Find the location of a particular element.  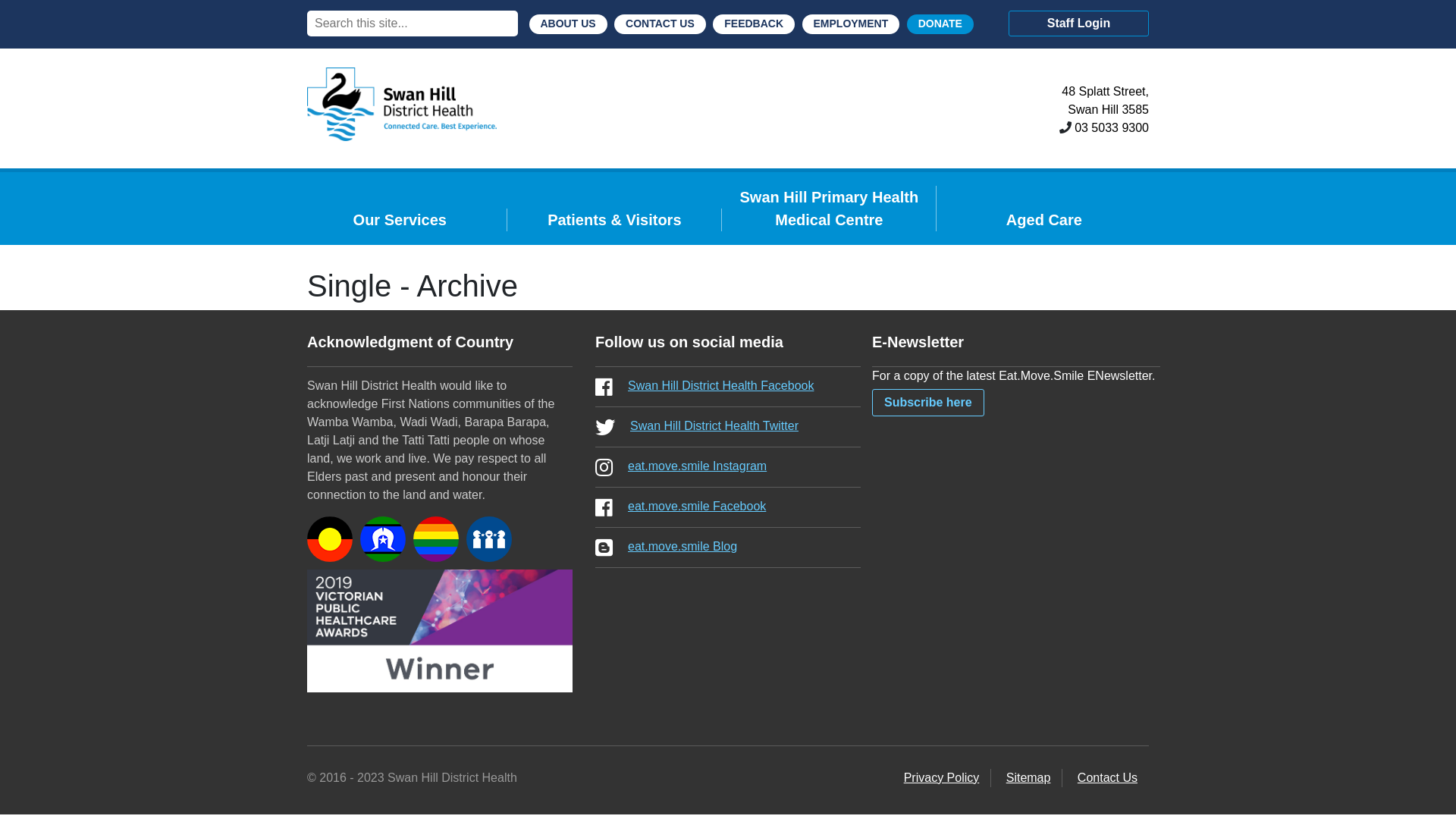

'Staff Login' is located at coordinates (1078, 23).